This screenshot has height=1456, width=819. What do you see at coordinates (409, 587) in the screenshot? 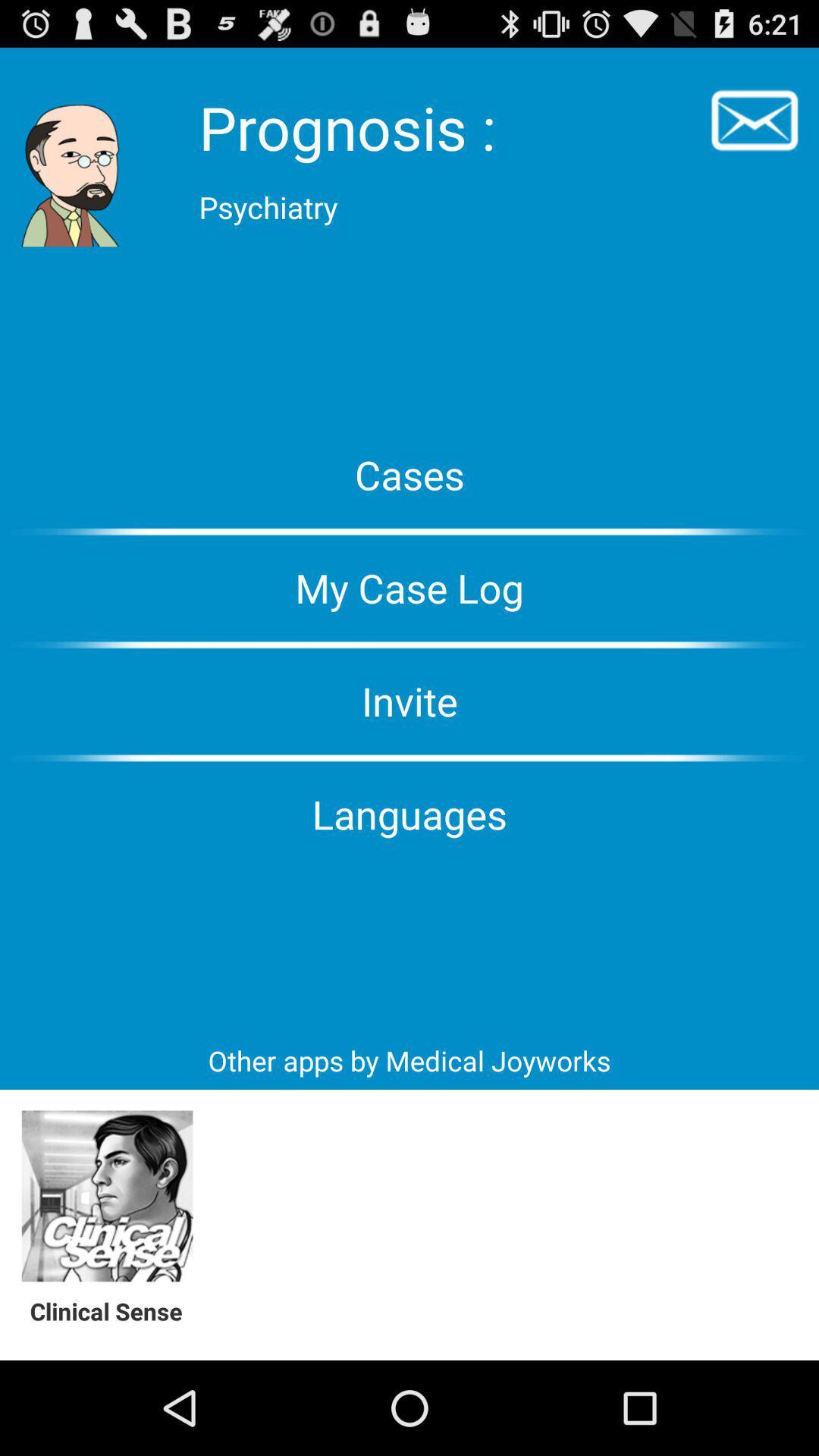
I see `my case log button` at bounding box center [409, 587].